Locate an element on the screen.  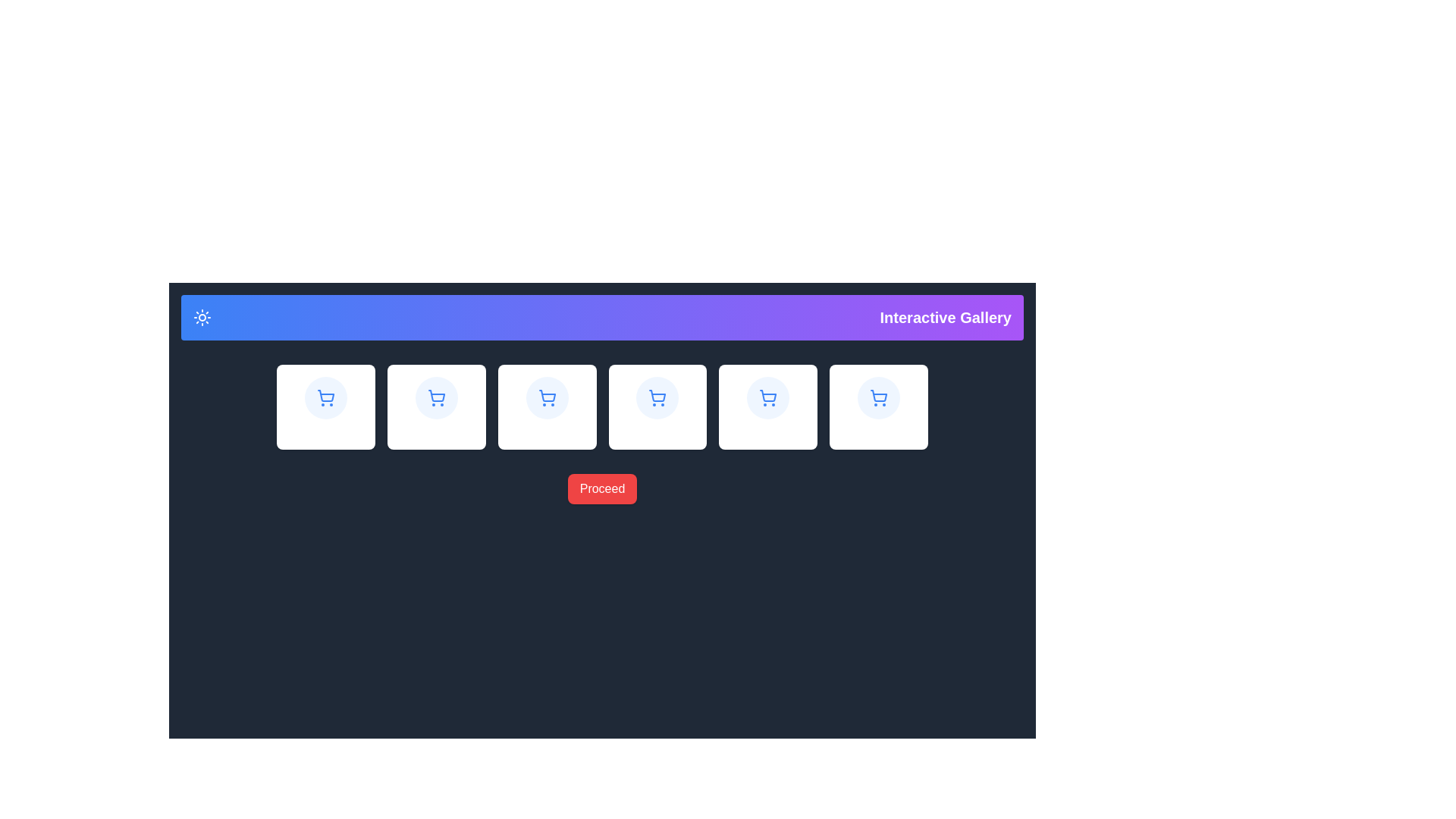
the shopping cart icon, which is a line art representation styled in blue stroke on a white background, located at the center of the application interface is located at coordinates (546, 395).